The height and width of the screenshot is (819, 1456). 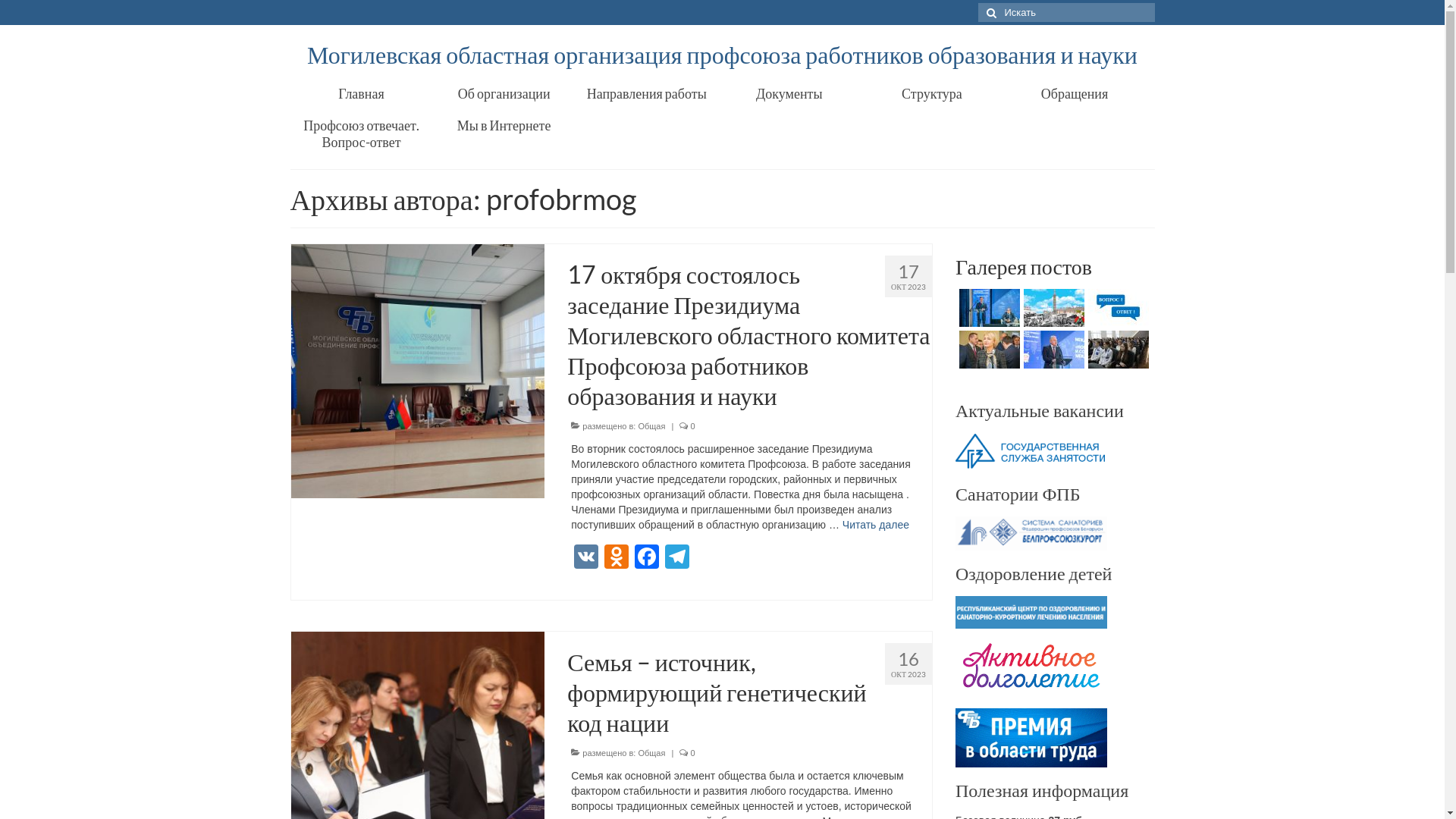 I want to click on 'Telegram', so click(x=676, y=558).